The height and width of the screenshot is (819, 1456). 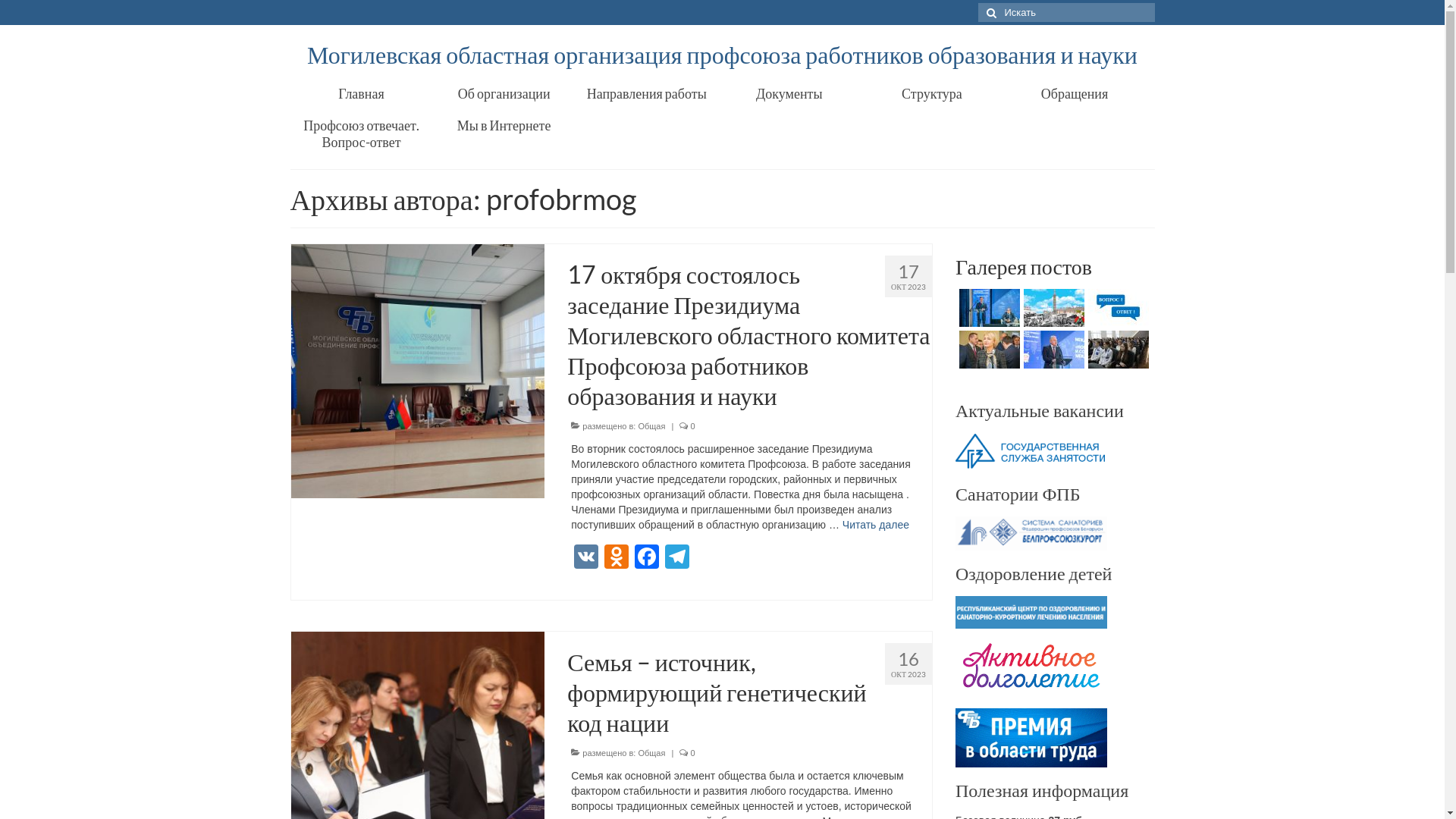 I want to click on 'Telegram', so click(x=676, y=558).